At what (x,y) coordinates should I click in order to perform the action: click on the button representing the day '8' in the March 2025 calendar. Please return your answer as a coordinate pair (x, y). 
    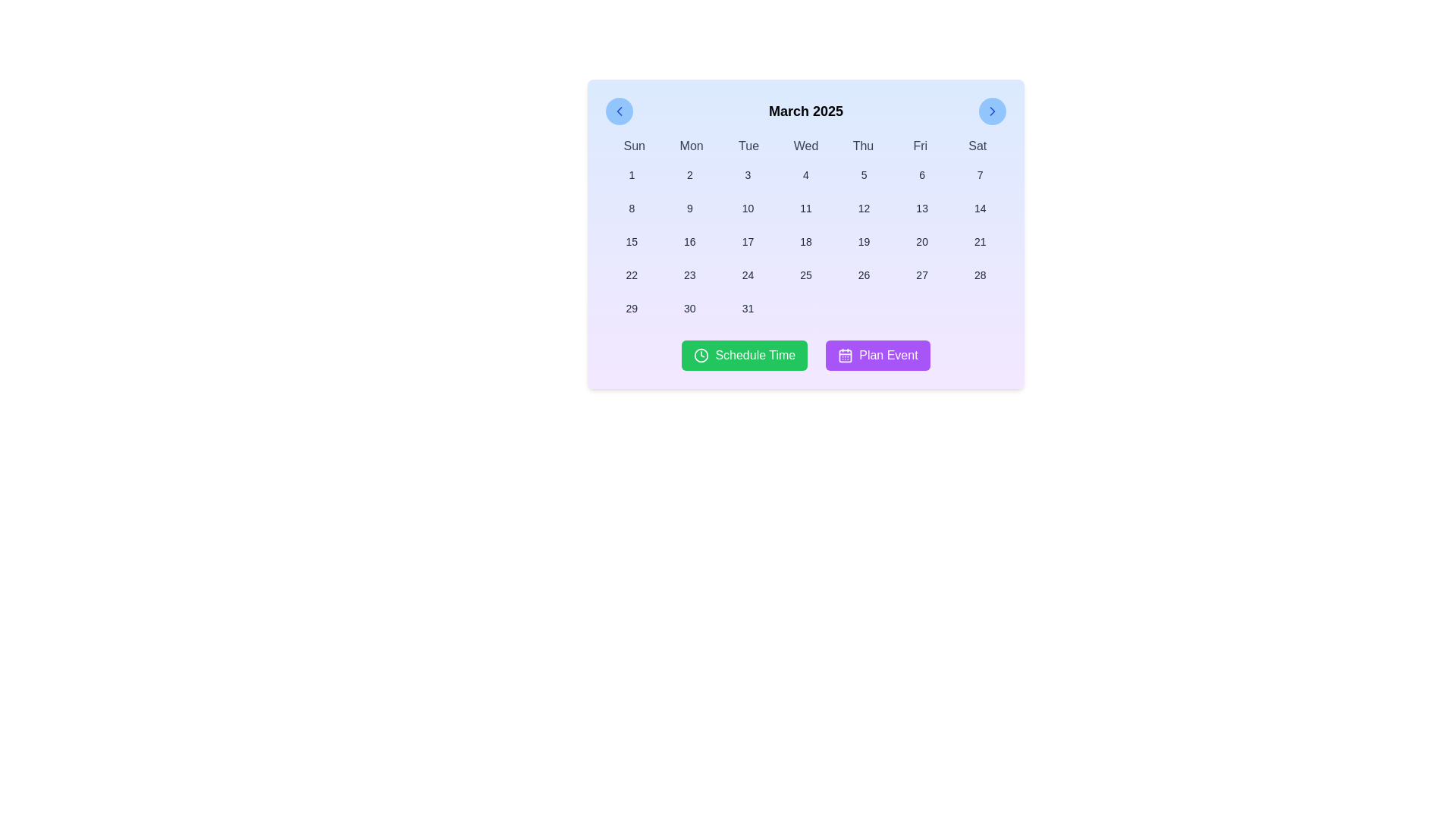
    Looking at the image, I should click on (632, 208).